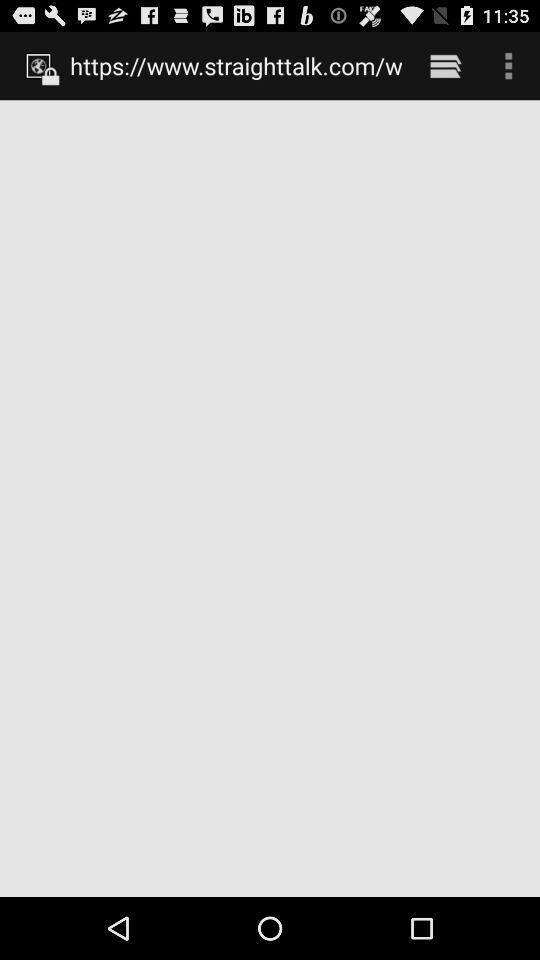 The image size is (540, 960). What do you see at coordinates (235, 65) in the screenshot?
I see `item at the top` at bounding box center [235, 65].